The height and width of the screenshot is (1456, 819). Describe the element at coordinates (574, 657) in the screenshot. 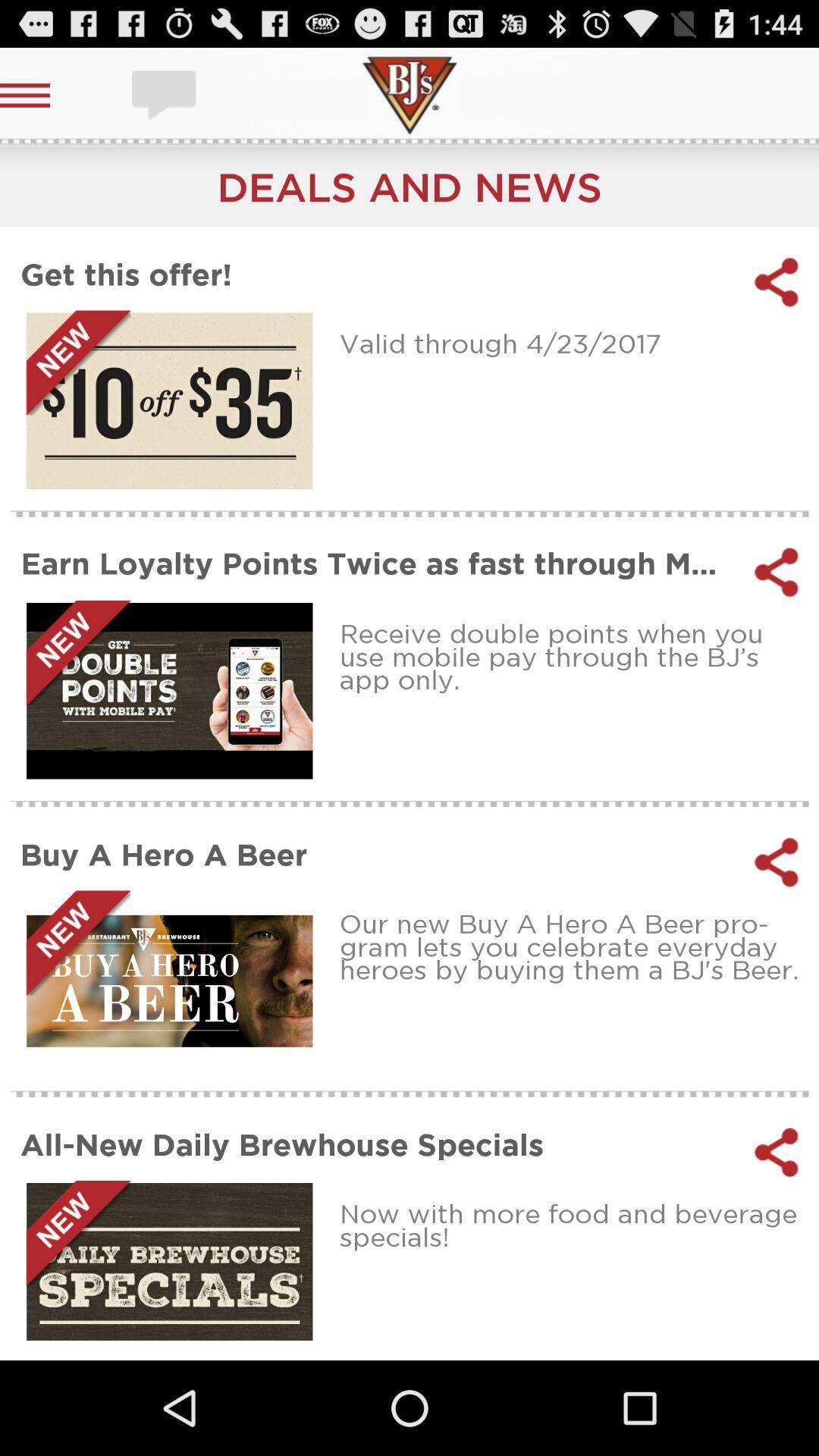

I see `receive double points icon` at that location.